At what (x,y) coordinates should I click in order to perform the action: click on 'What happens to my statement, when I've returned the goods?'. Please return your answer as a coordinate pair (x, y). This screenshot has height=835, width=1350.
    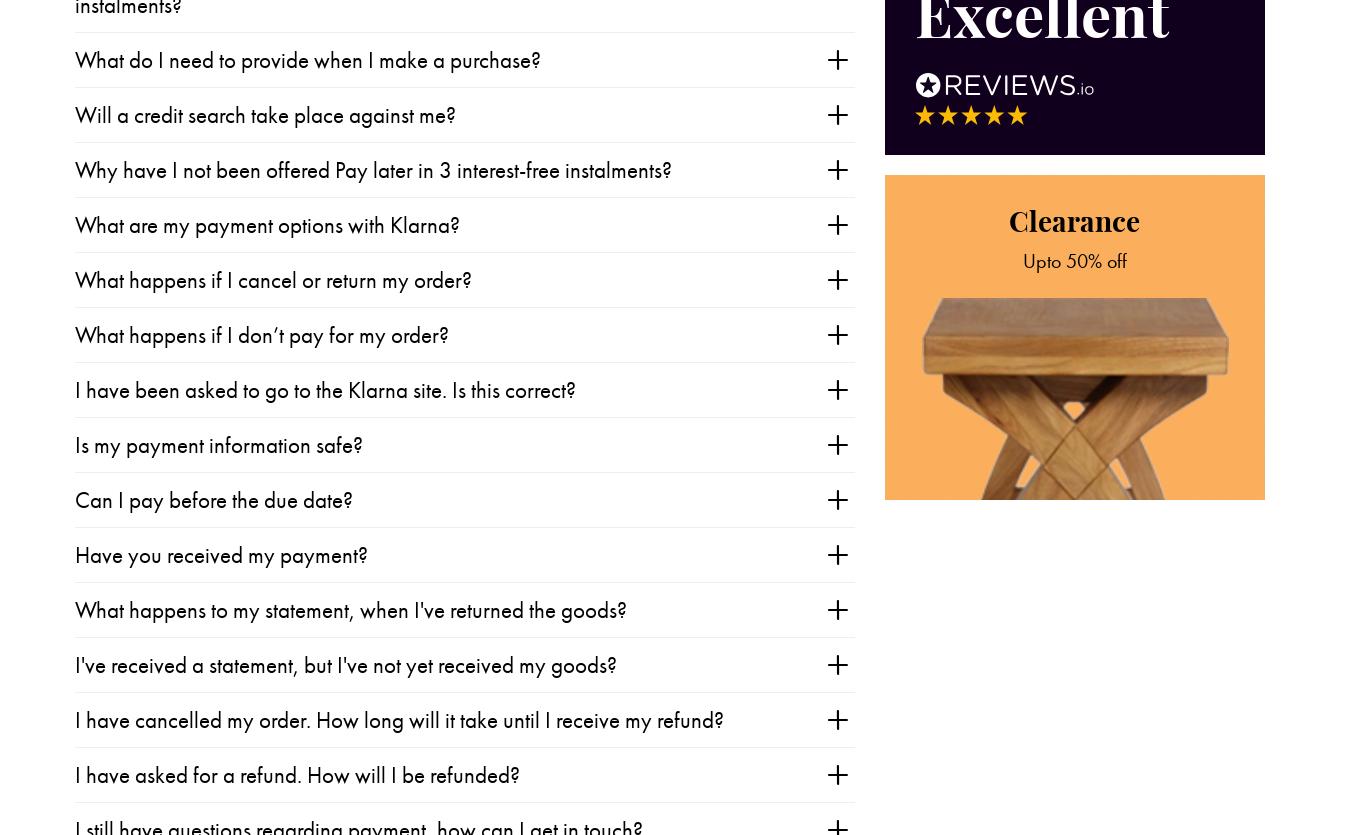
    Looking at the image, I should click on (351, 105).